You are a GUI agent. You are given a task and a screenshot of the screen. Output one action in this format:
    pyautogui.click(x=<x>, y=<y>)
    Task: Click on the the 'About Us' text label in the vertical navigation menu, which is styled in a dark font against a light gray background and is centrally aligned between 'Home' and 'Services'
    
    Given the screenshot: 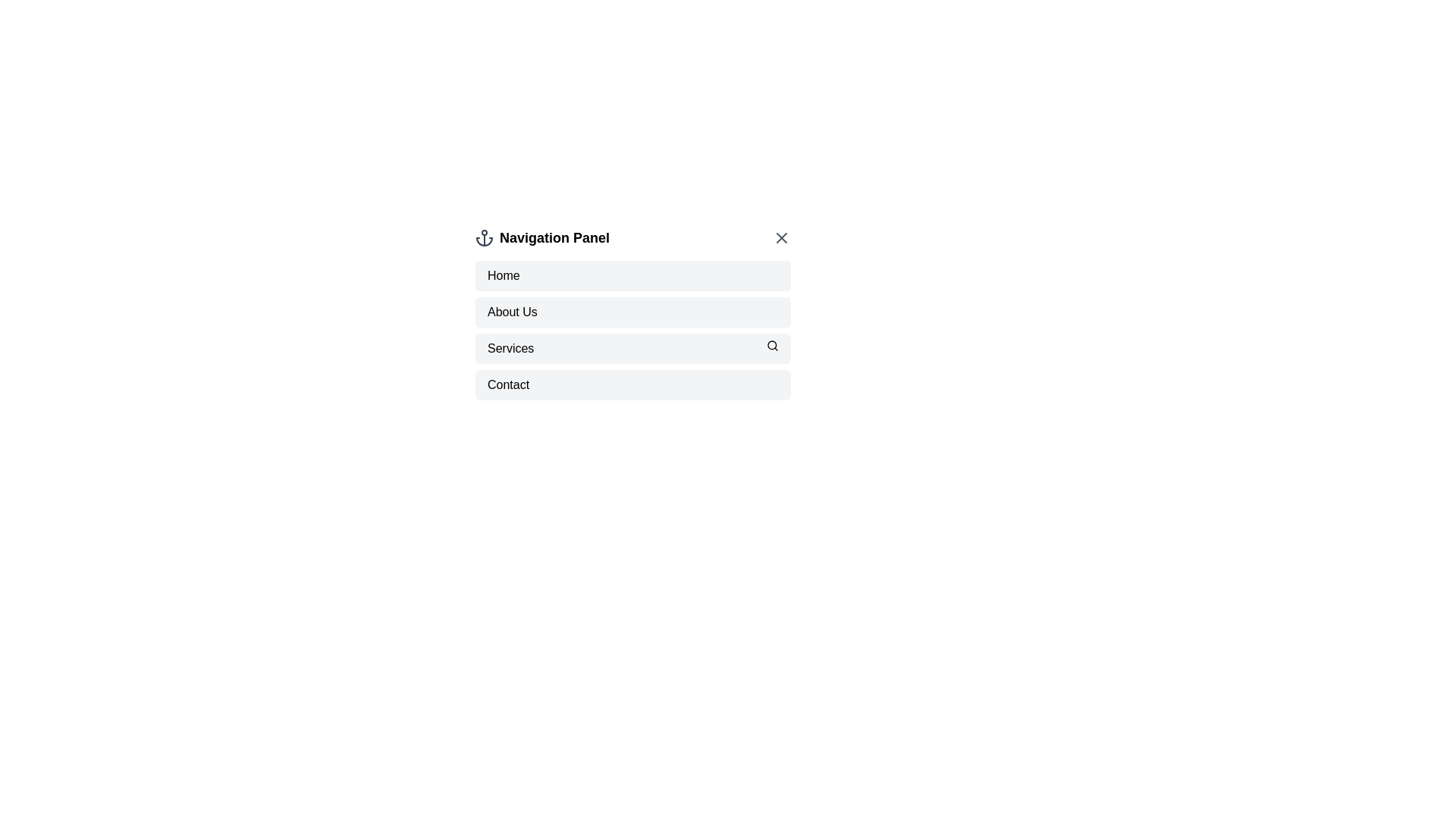 What is the action you would take?
    pyautogui.click(x=512, y=312)
    